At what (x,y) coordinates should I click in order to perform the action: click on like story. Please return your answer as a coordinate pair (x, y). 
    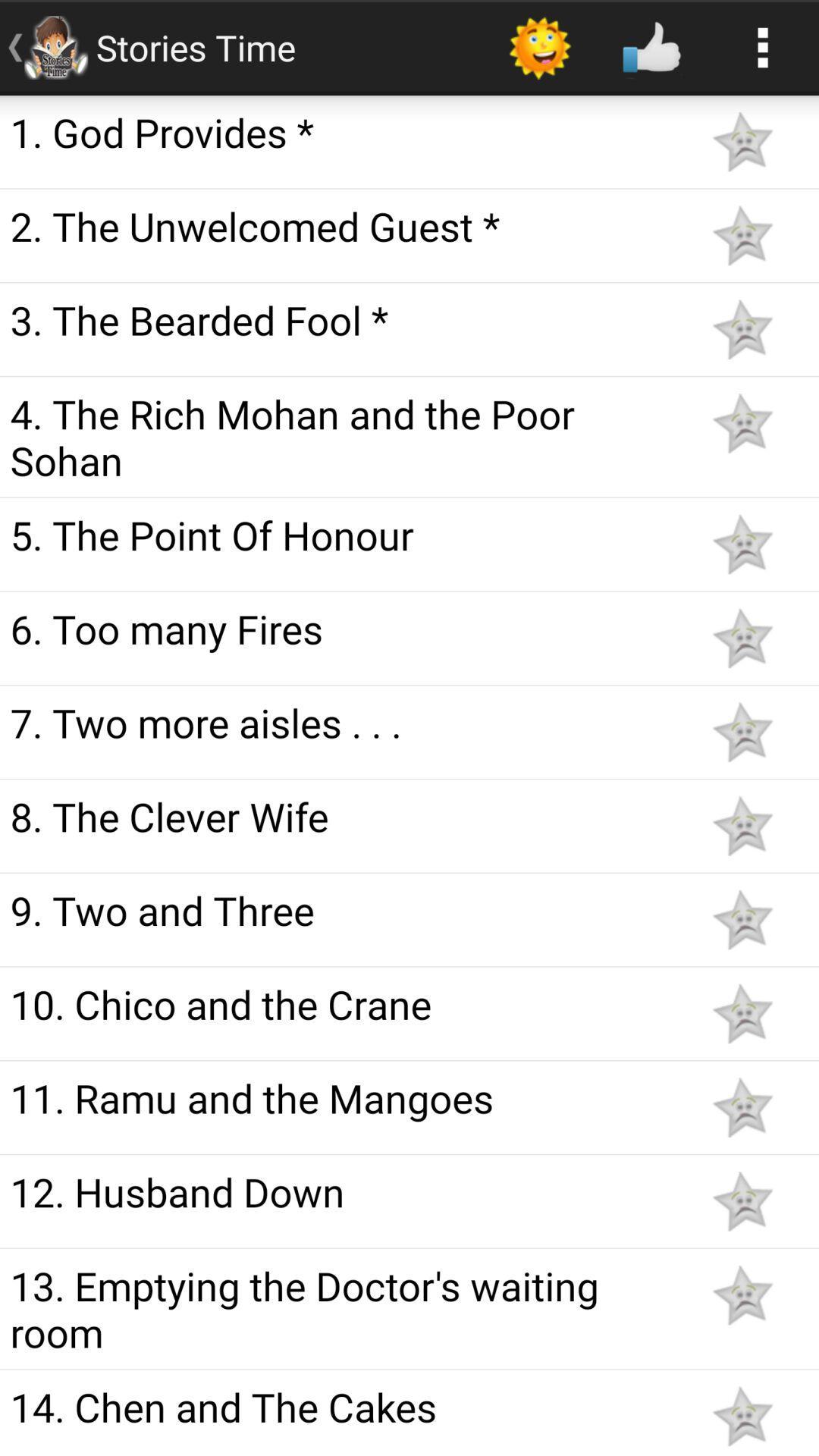
    Looking at the image, I should click on (742, 638).